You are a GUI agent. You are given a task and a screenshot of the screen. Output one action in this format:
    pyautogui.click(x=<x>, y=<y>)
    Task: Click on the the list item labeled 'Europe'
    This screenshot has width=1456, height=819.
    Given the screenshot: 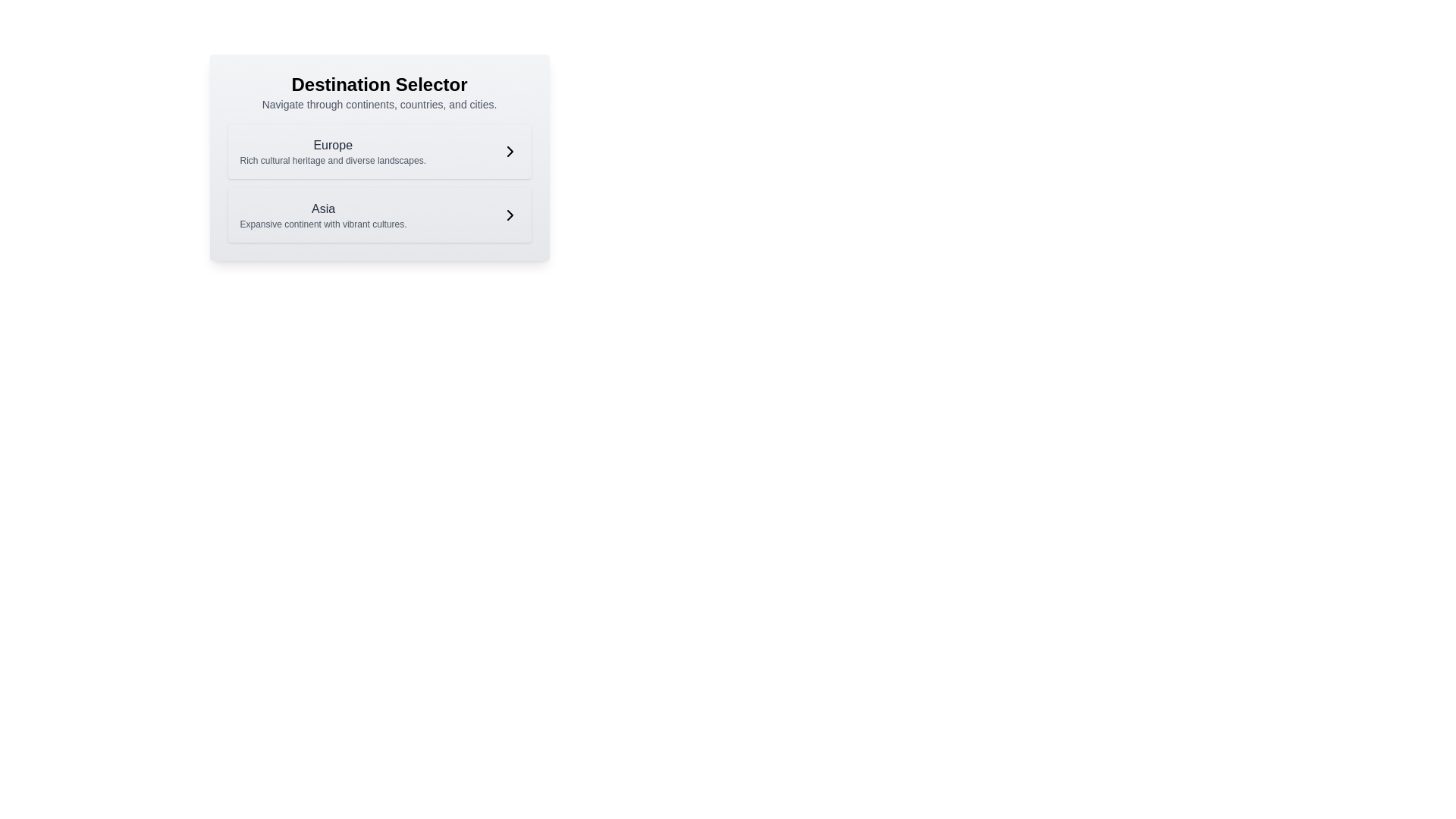 What is the action you would take?
    pyautogui.click(x=332, y=152)
    